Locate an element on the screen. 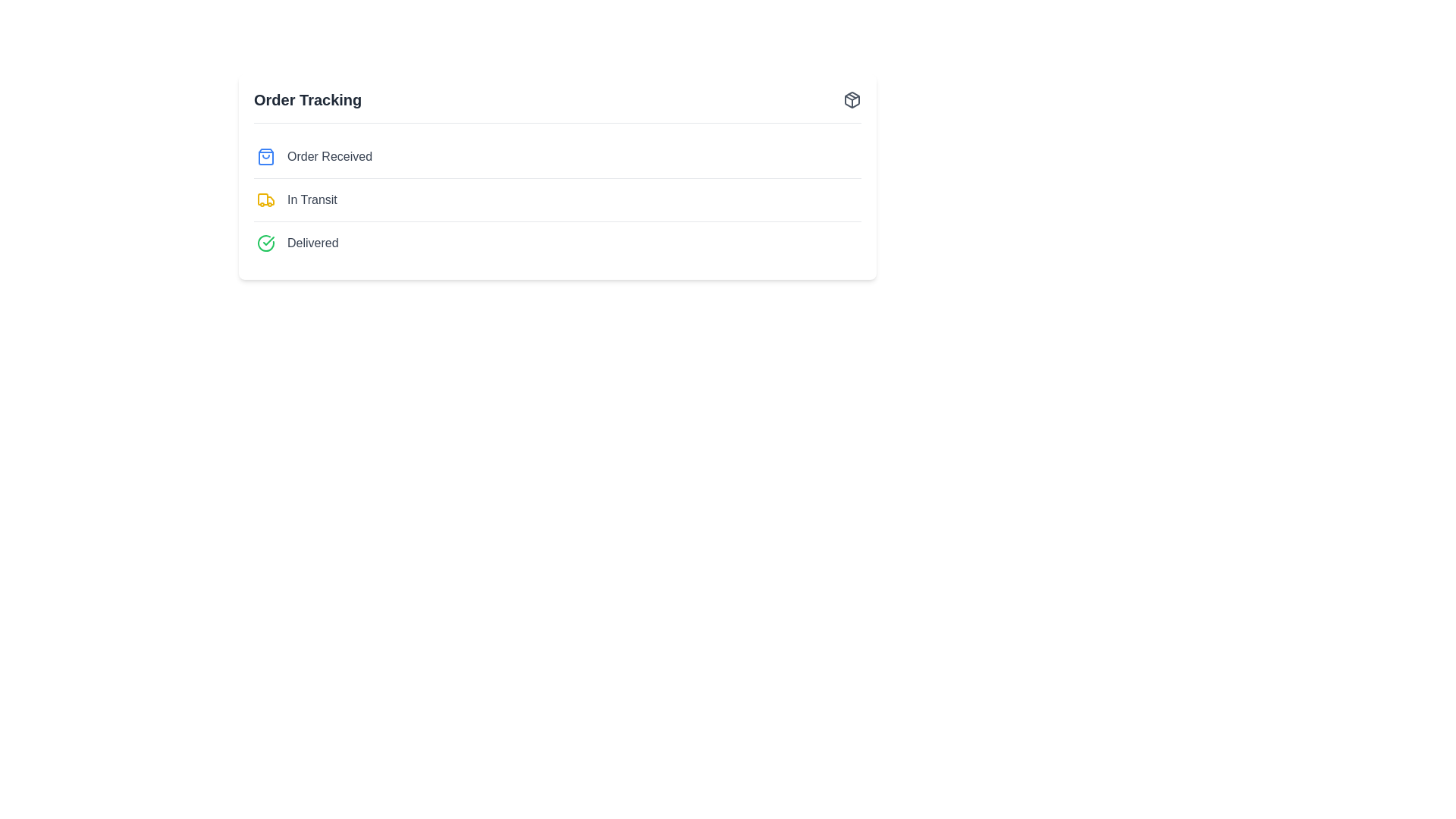 Image resolution: width=1456 pixels, height=819 pixels. the text of the order status stage Order Received for copying or further actions is located at coordinates (329, 157).